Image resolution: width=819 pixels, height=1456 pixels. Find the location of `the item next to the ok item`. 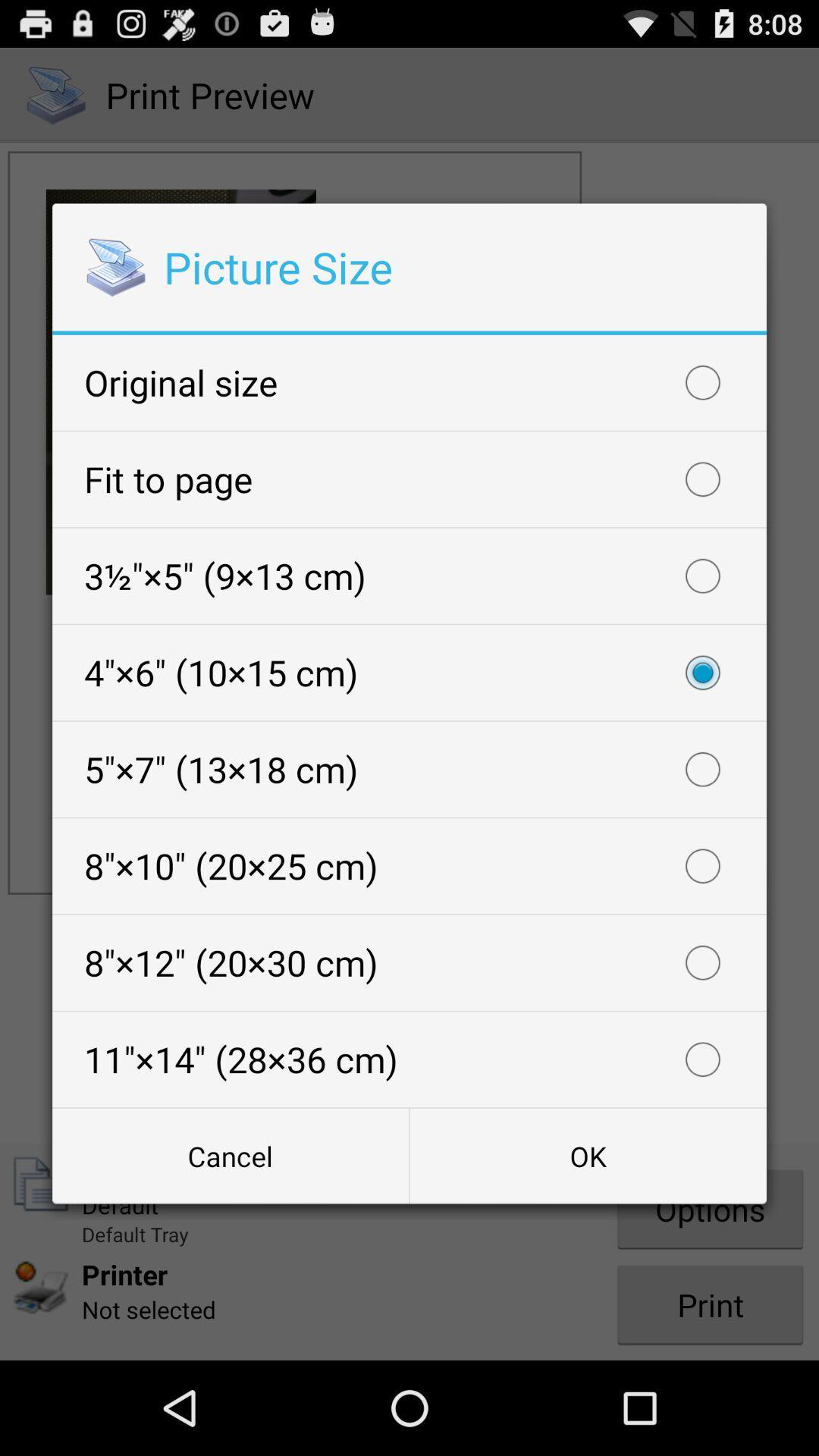

the item next to the ok item is located at coordinates (231, 1155).